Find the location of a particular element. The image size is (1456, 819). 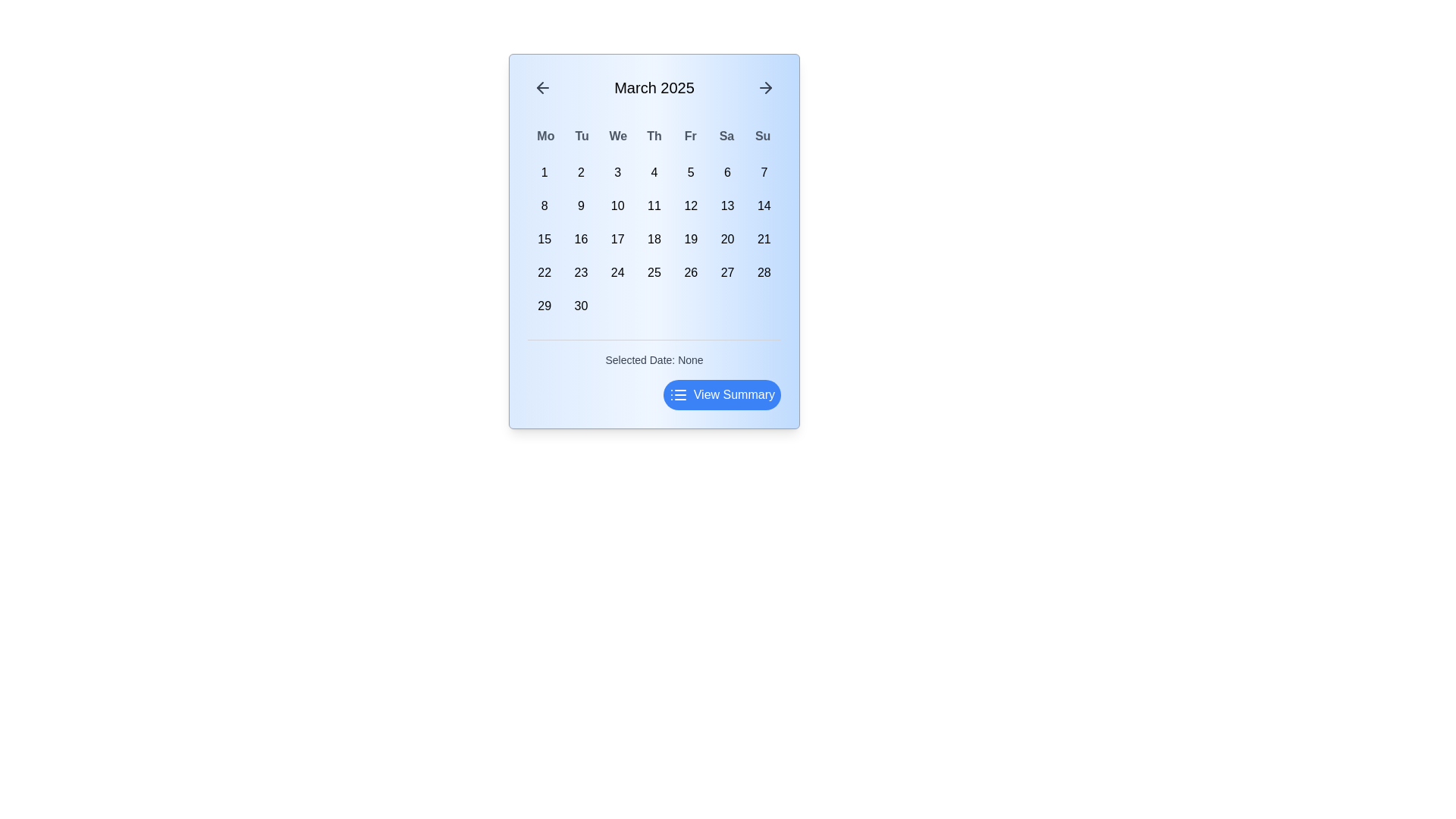

the interactive calendar day button displaying the number '11' is located at coordinates (654, 206).